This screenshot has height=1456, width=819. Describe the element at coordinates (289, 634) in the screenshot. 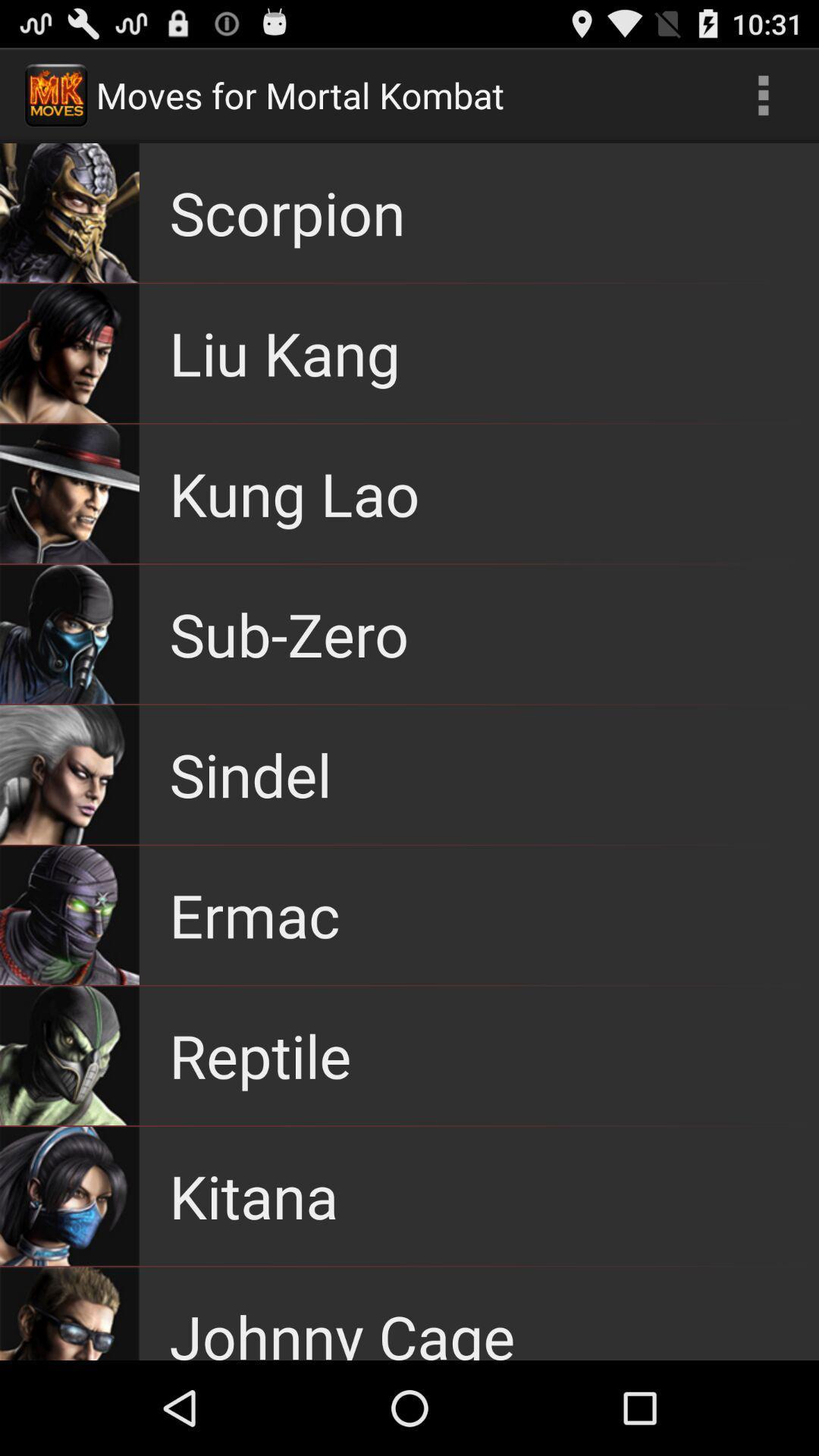

I see `the sub-zero item` at that location.